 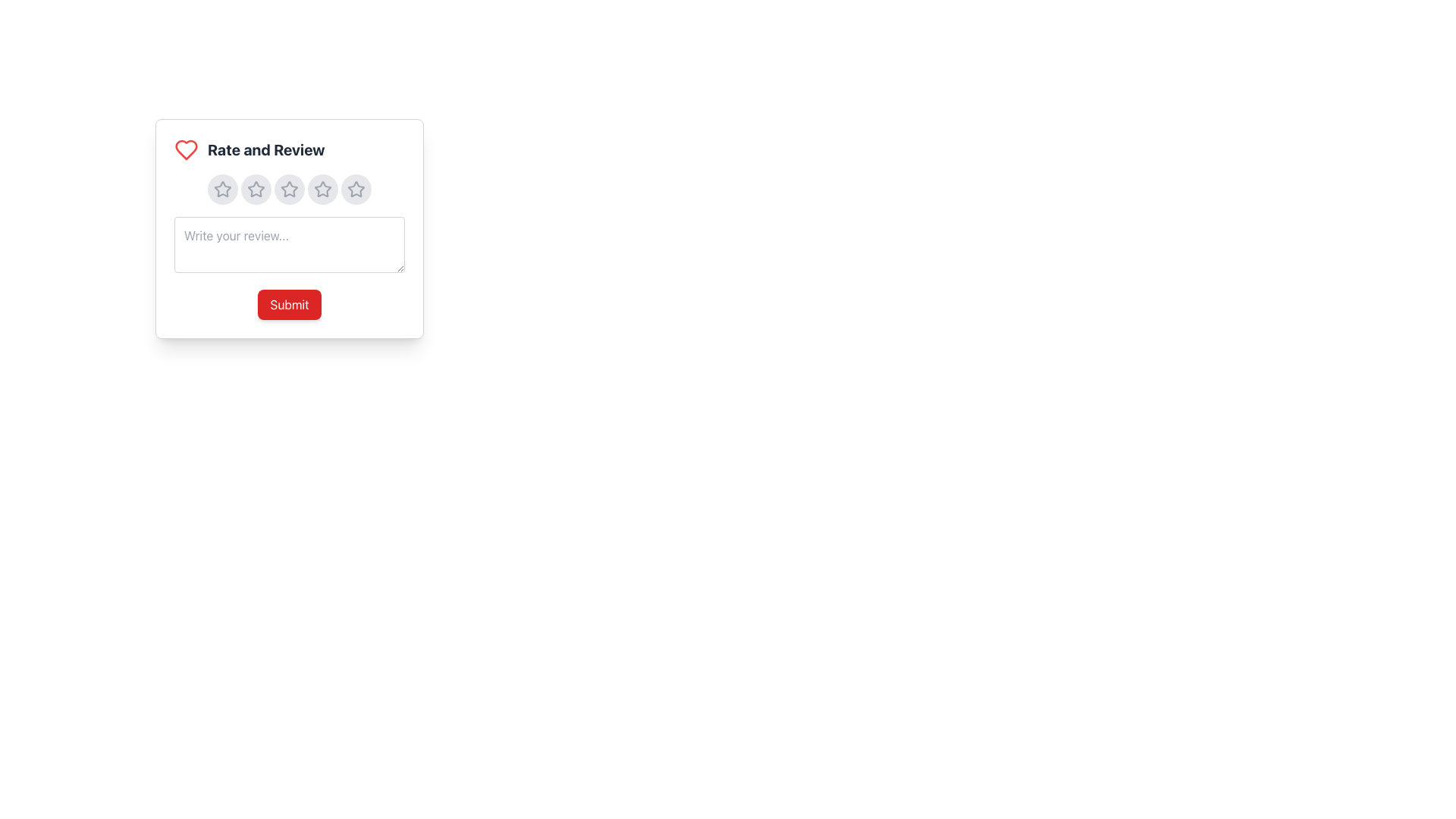 What do you see at coordinates (290, 188) in the screenshot?
I see `the third star-shaped clickable icon in the star rating system located in the 'Rate and Review' section` at bounding box center [290, 188].